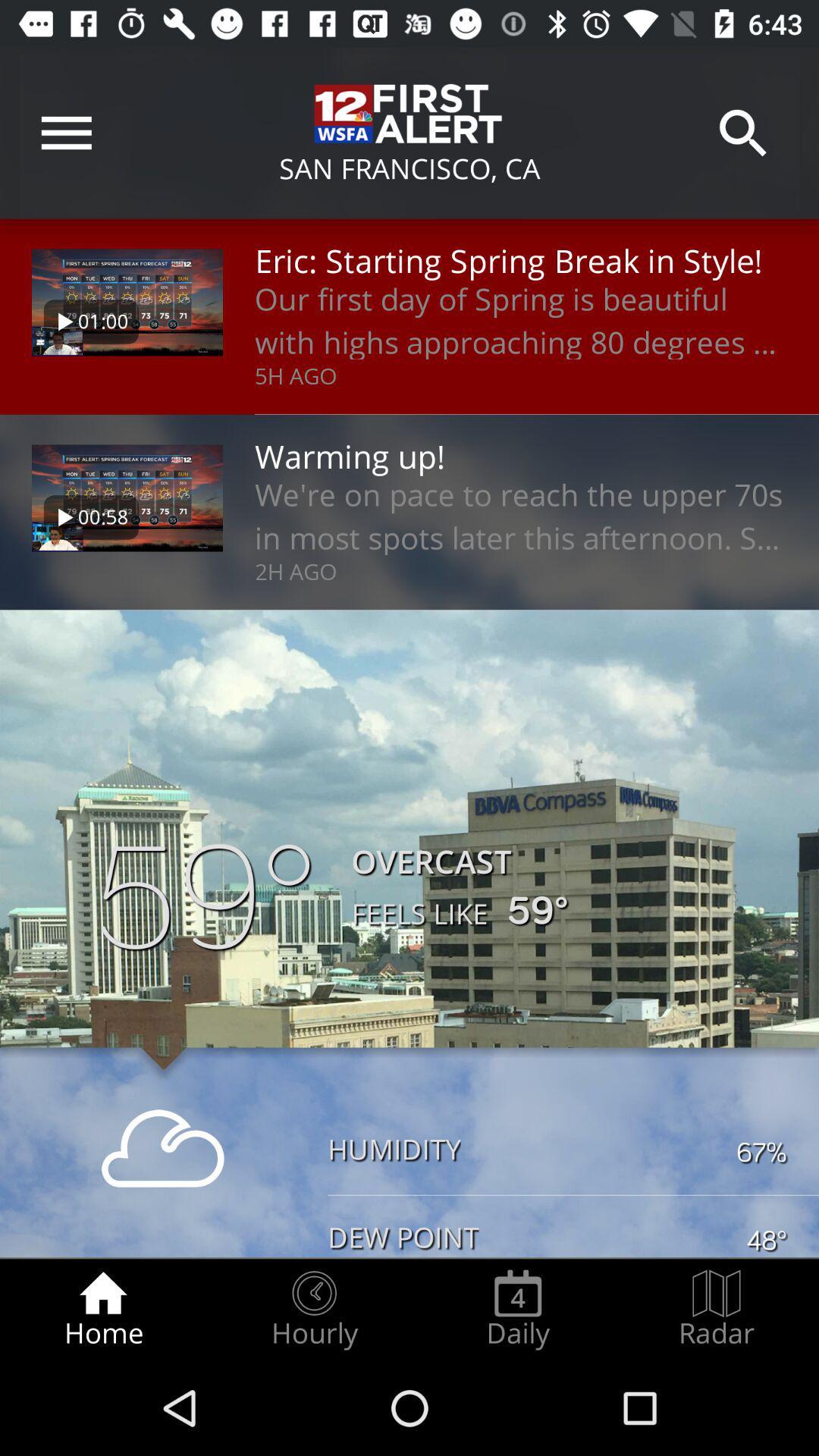 The width and height of the screenshot is (819, 1456). I want to click on the icon next to the daily, so click(313, 1309).